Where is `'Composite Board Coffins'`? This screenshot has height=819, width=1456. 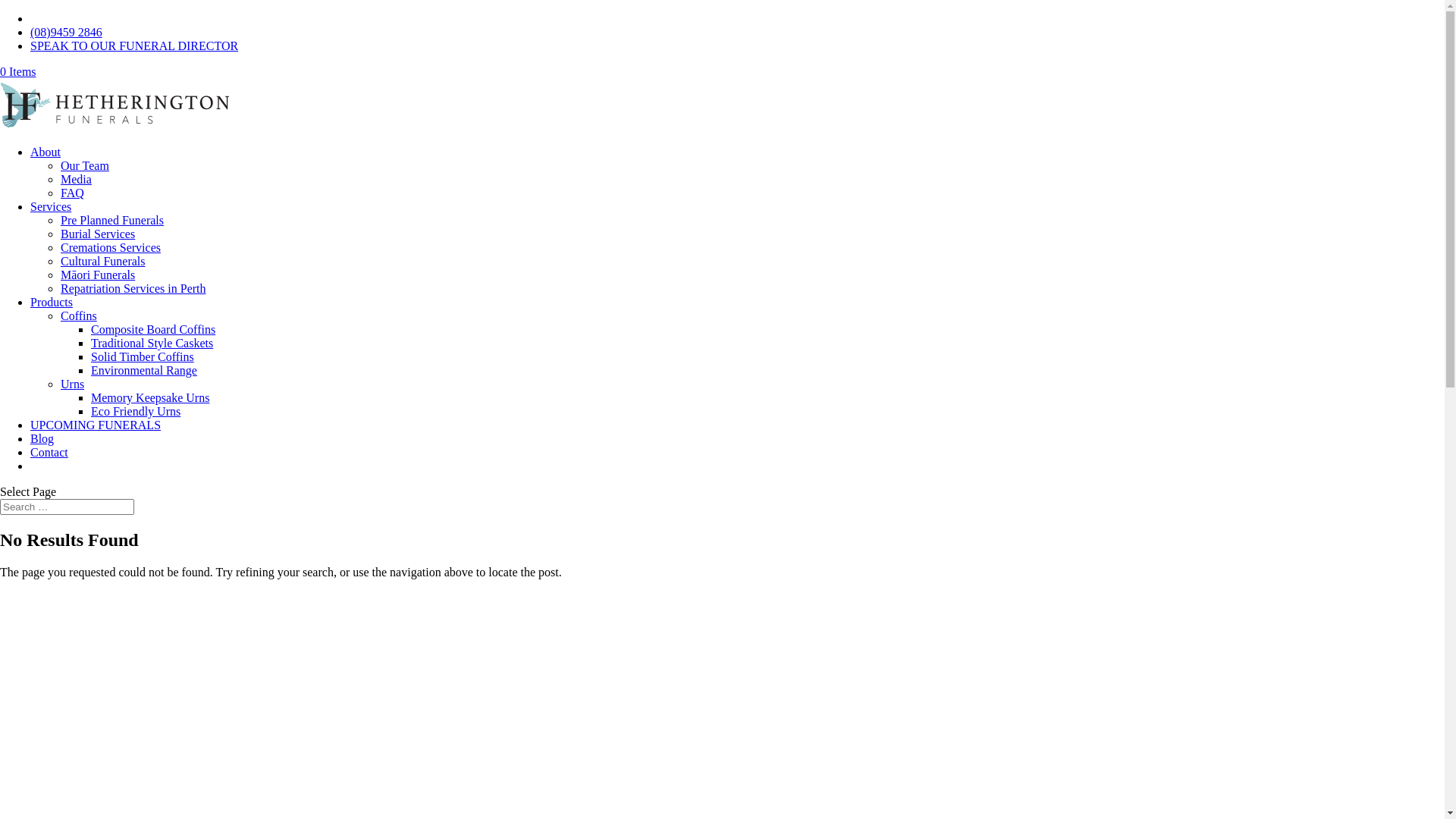 'Composite Board Coffins' is located at coordinates (152, 328).